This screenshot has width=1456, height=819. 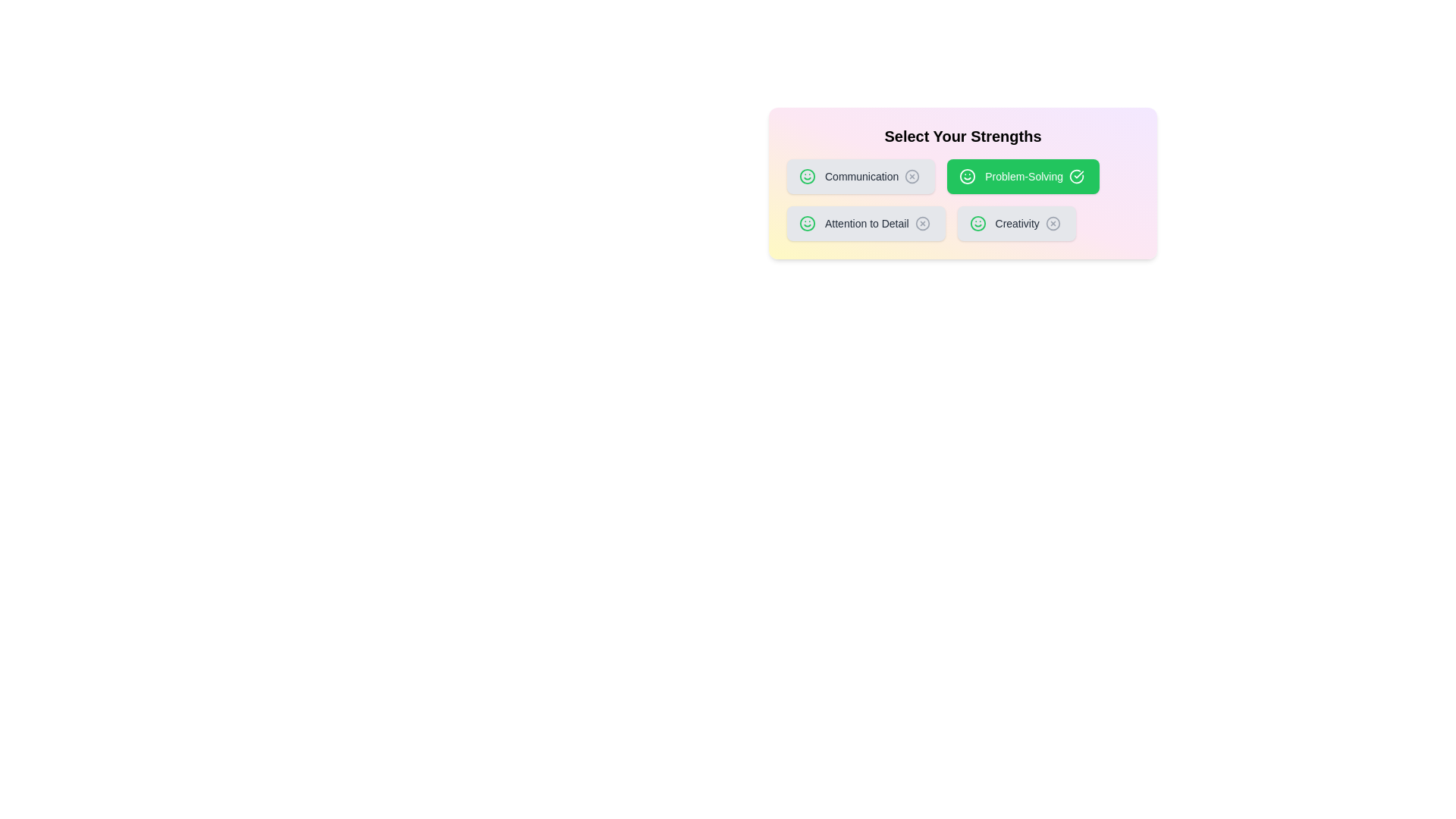 I want to click on the skill chip labeled 'Communication' to view its hover effect, so click(x=861, y=175).